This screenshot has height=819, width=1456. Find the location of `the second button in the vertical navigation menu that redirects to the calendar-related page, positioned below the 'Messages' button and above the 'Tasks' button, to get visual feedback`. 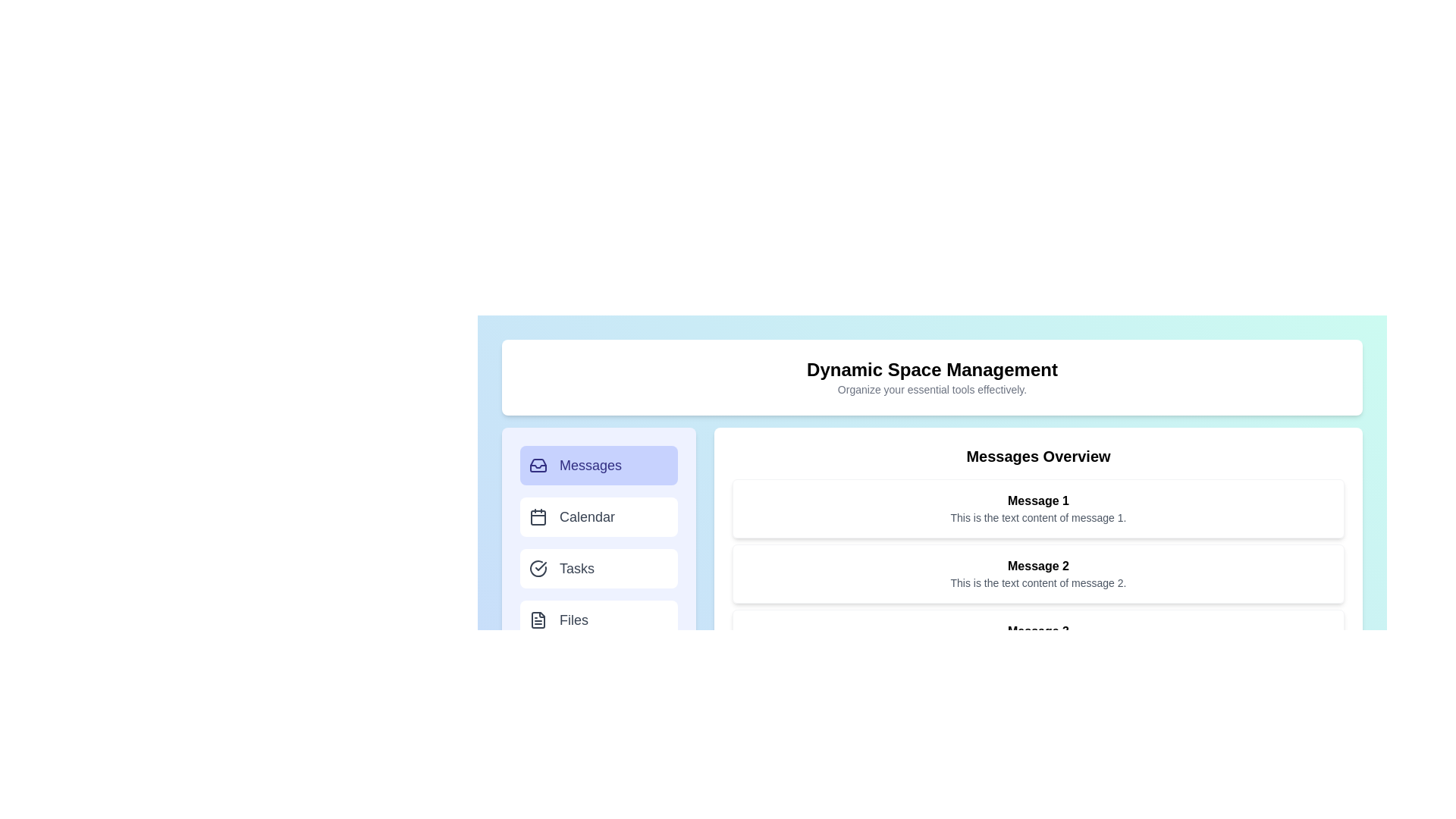

the second button in the vertical navigation menu that redirects to the calendar-related page, positioned below the 'Messages' button and above the 'Tasks' button, to get visual feedback is located at coordinates (598, 516).